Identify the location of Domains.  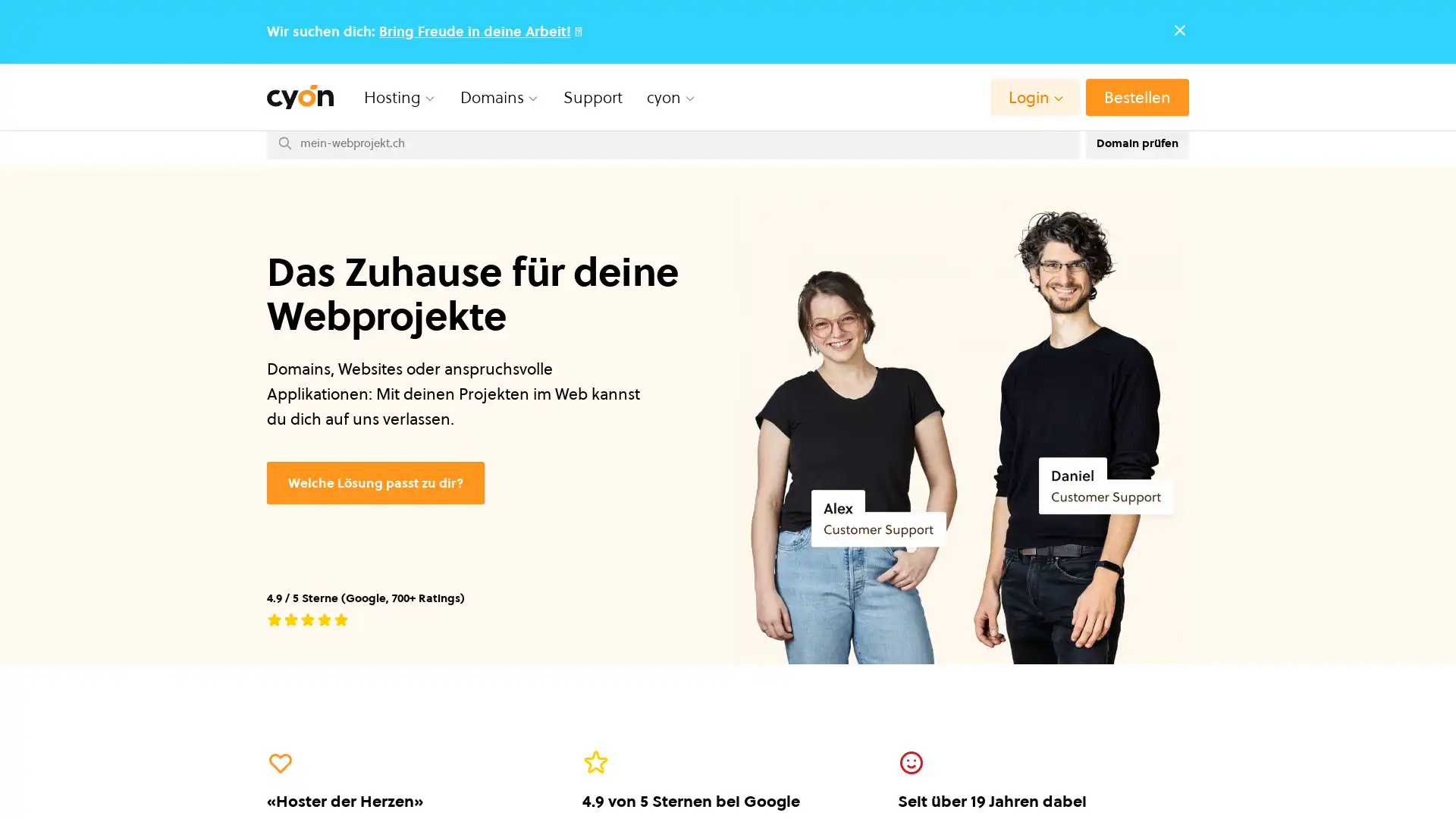
(499, 96).